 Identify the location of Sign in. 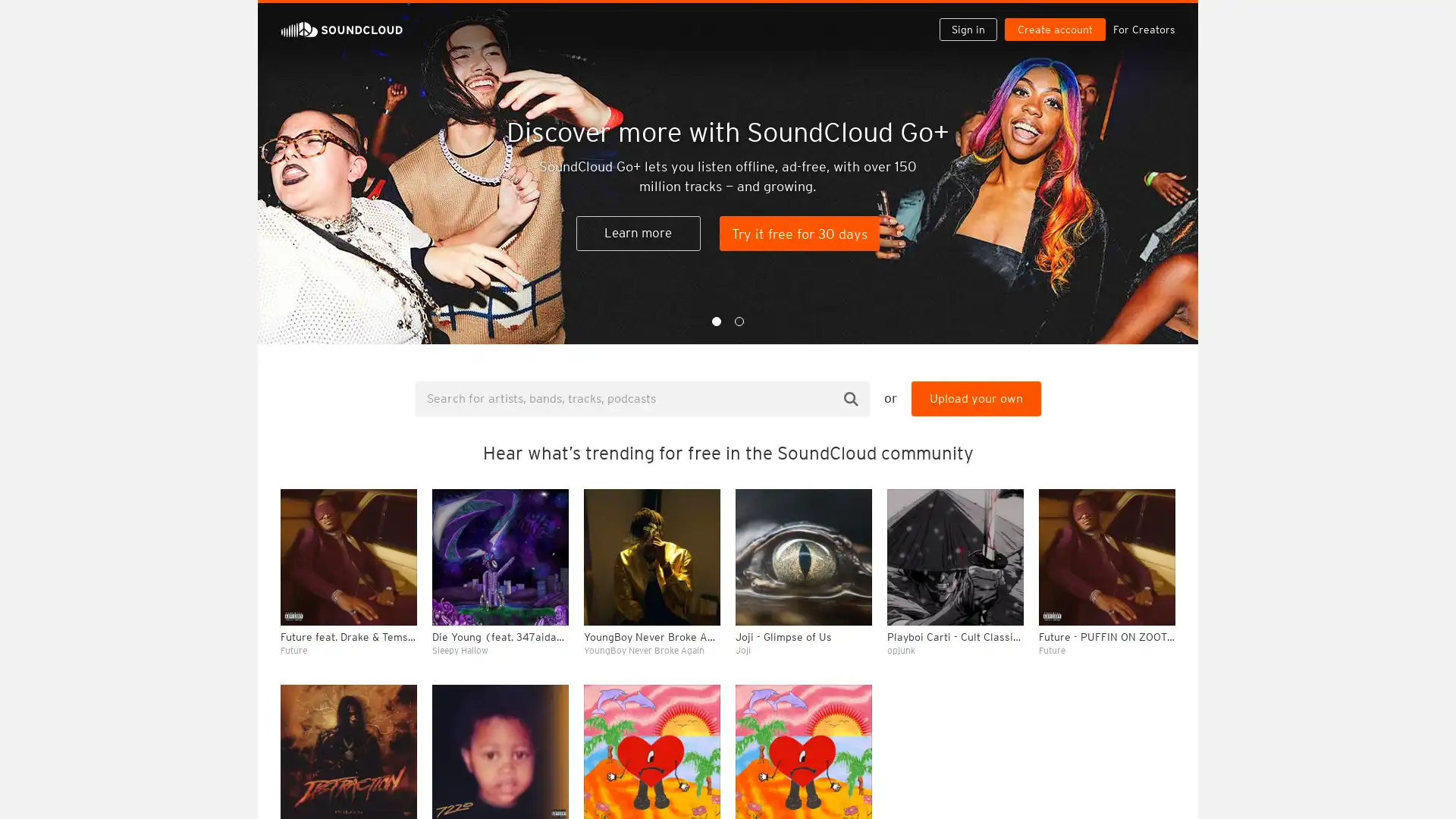
(967, 29).